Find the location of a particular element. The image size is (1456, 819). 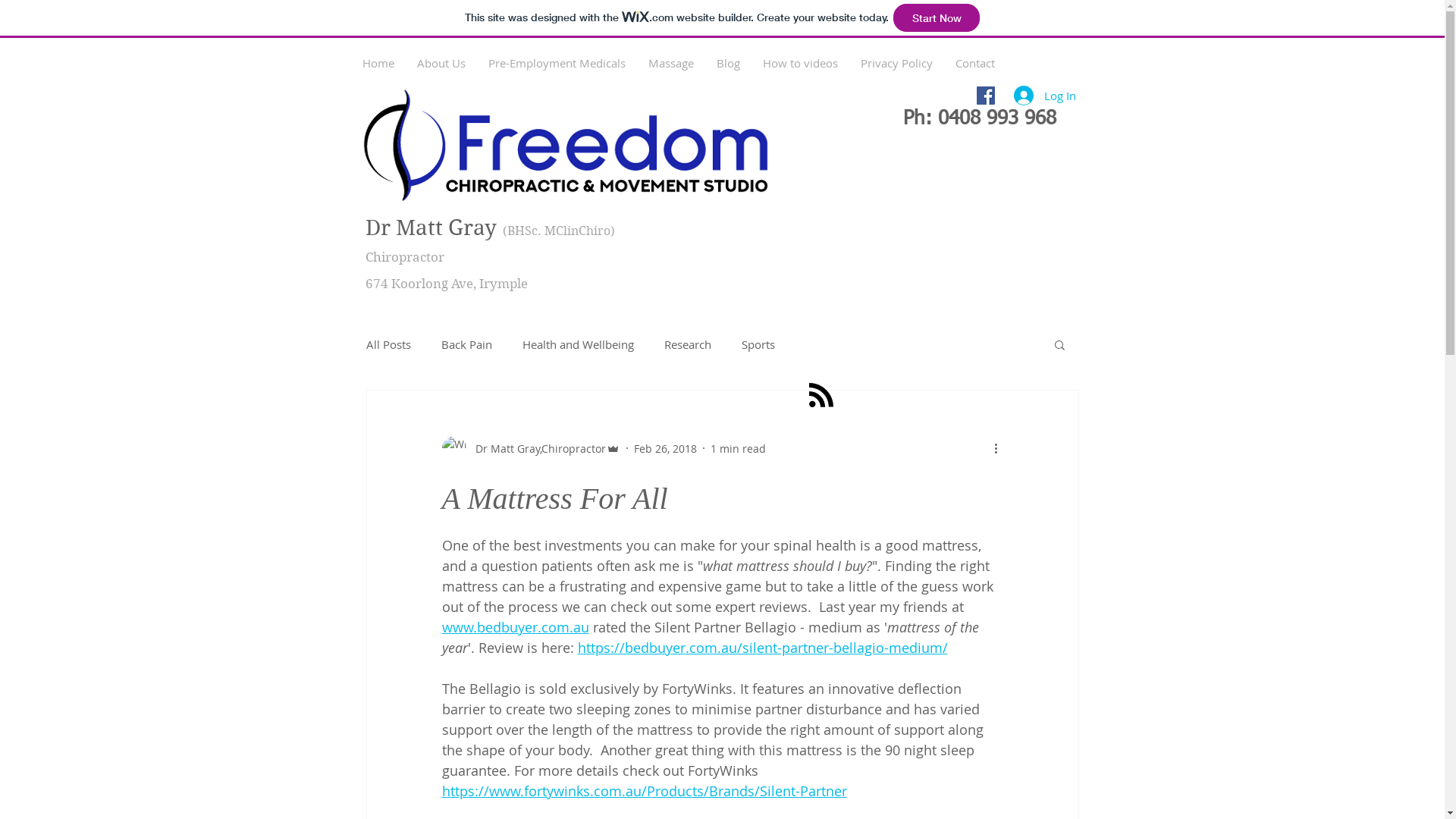

'How to videos' is located at coordinates (799, 62).